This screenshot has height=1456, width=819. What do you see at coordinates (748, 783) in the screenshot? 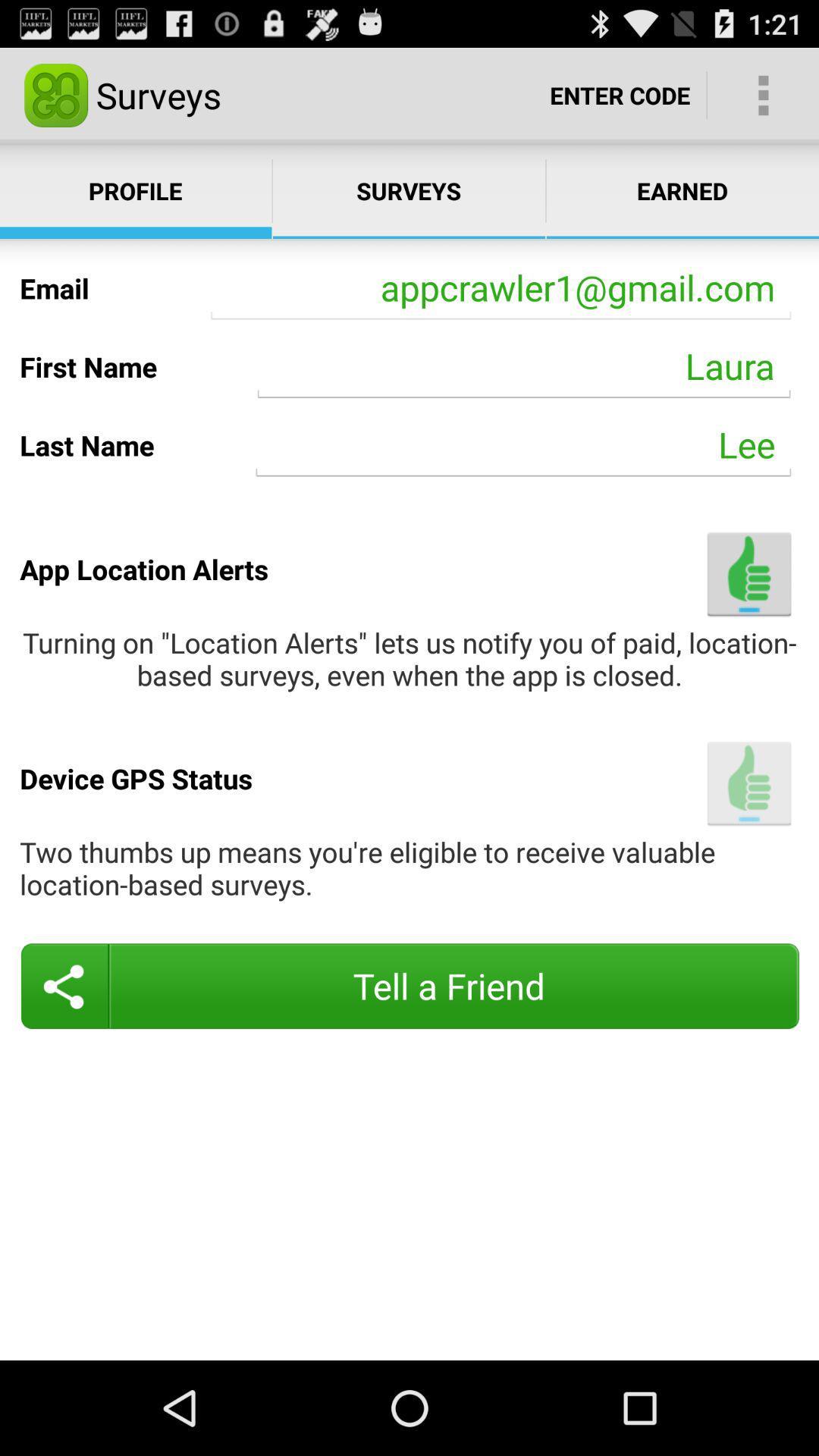
I see `thumb up button` at bounding box center [748, 783].